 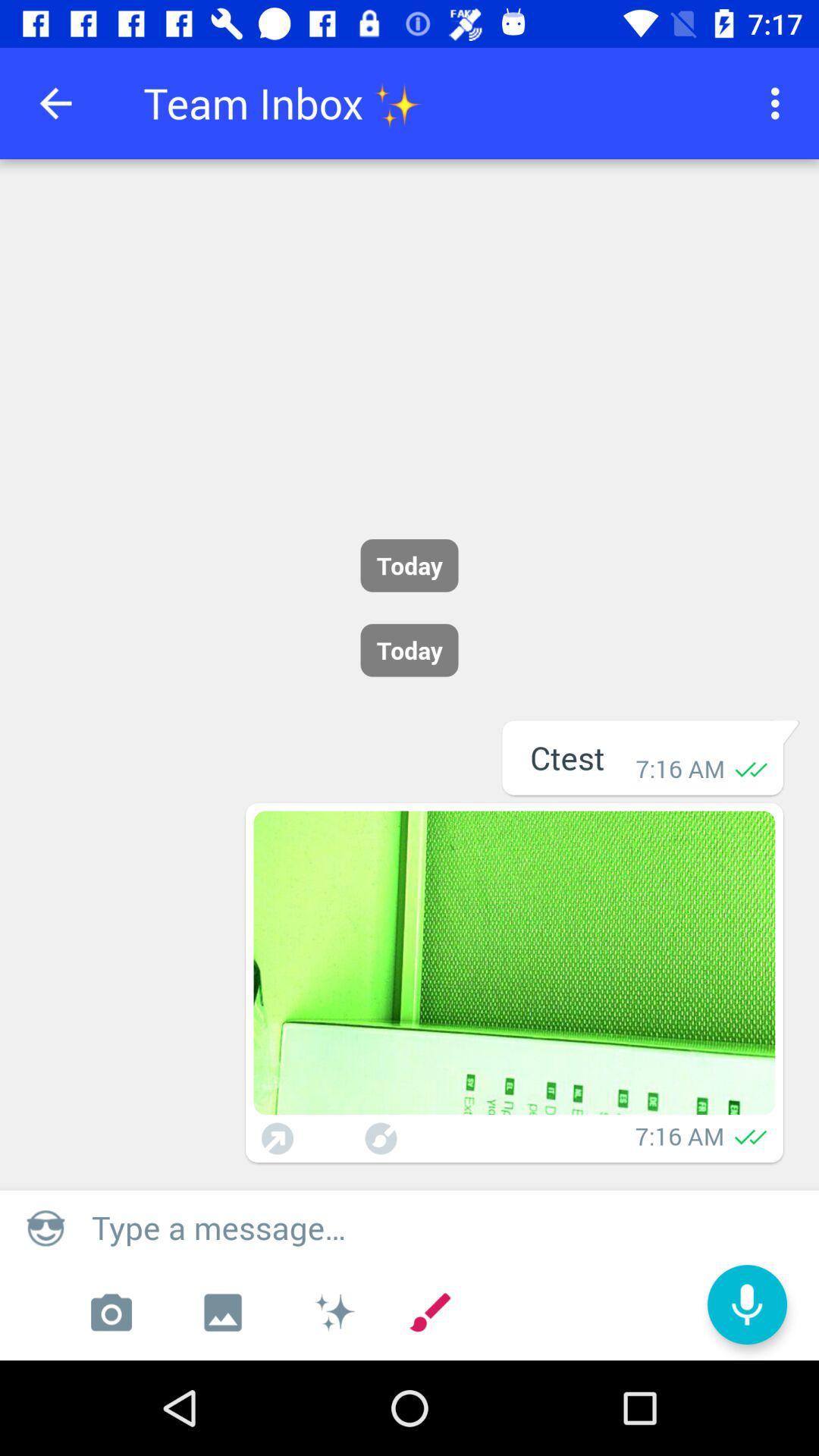 I want to click on the type a message box, so click(x=447, y=1227).